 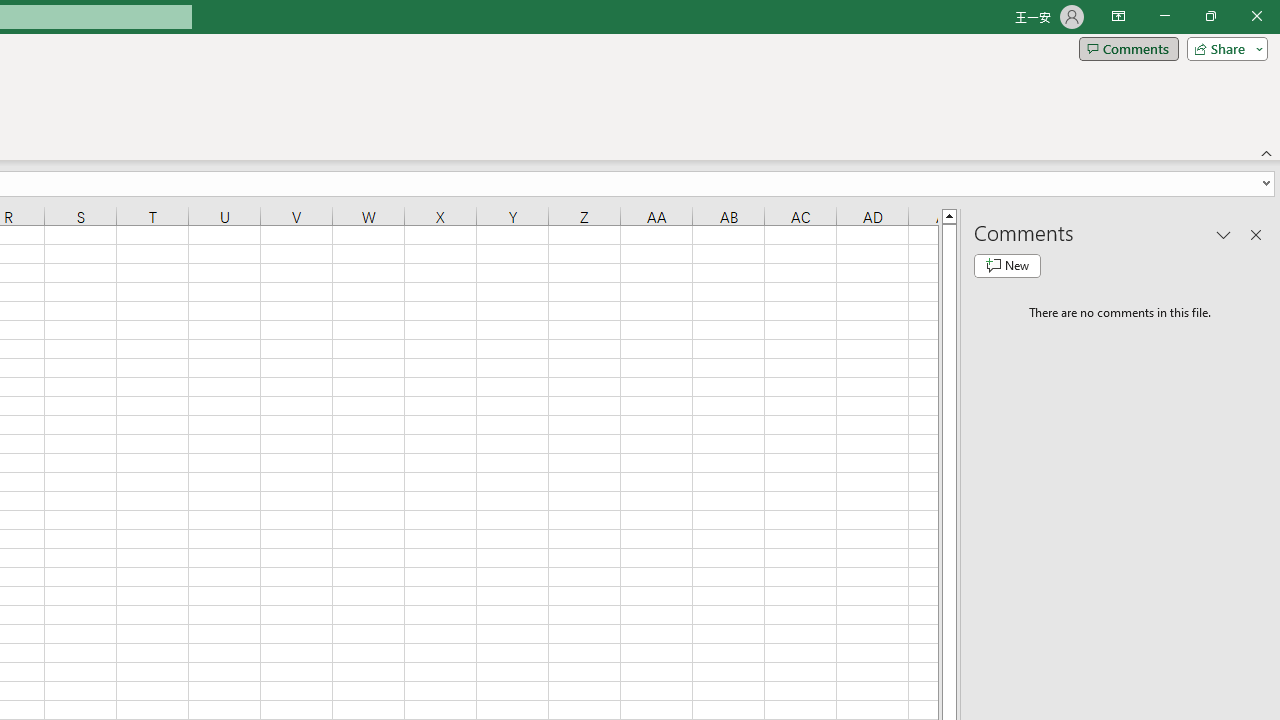 What do you see at coordinates (1209, 16) in the screenshot?
I see `'Restore Down'` at bounding box center [1209, 16].